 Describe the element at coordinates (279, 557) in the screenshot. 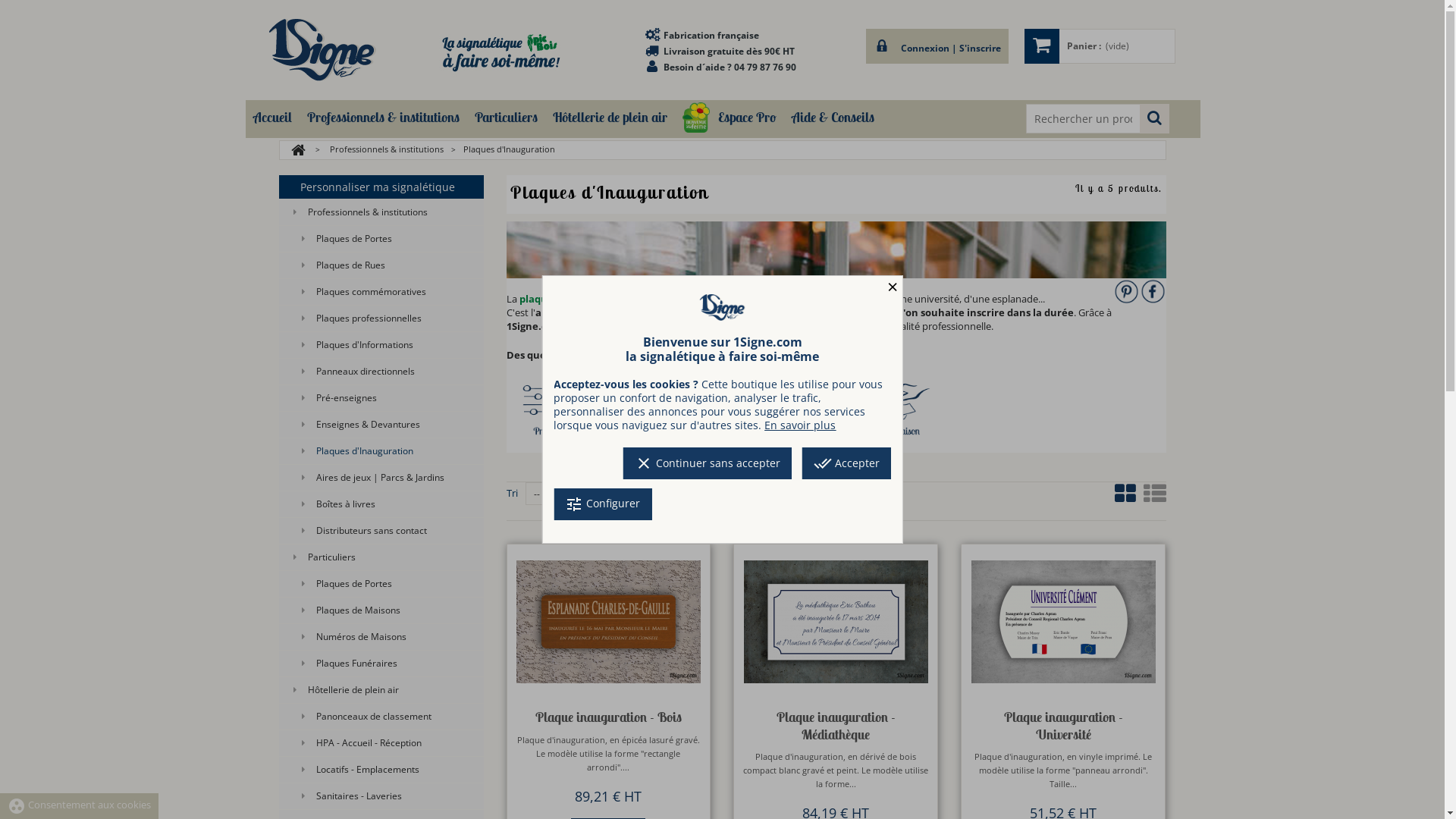

I see `'Particuliers'` at that location.